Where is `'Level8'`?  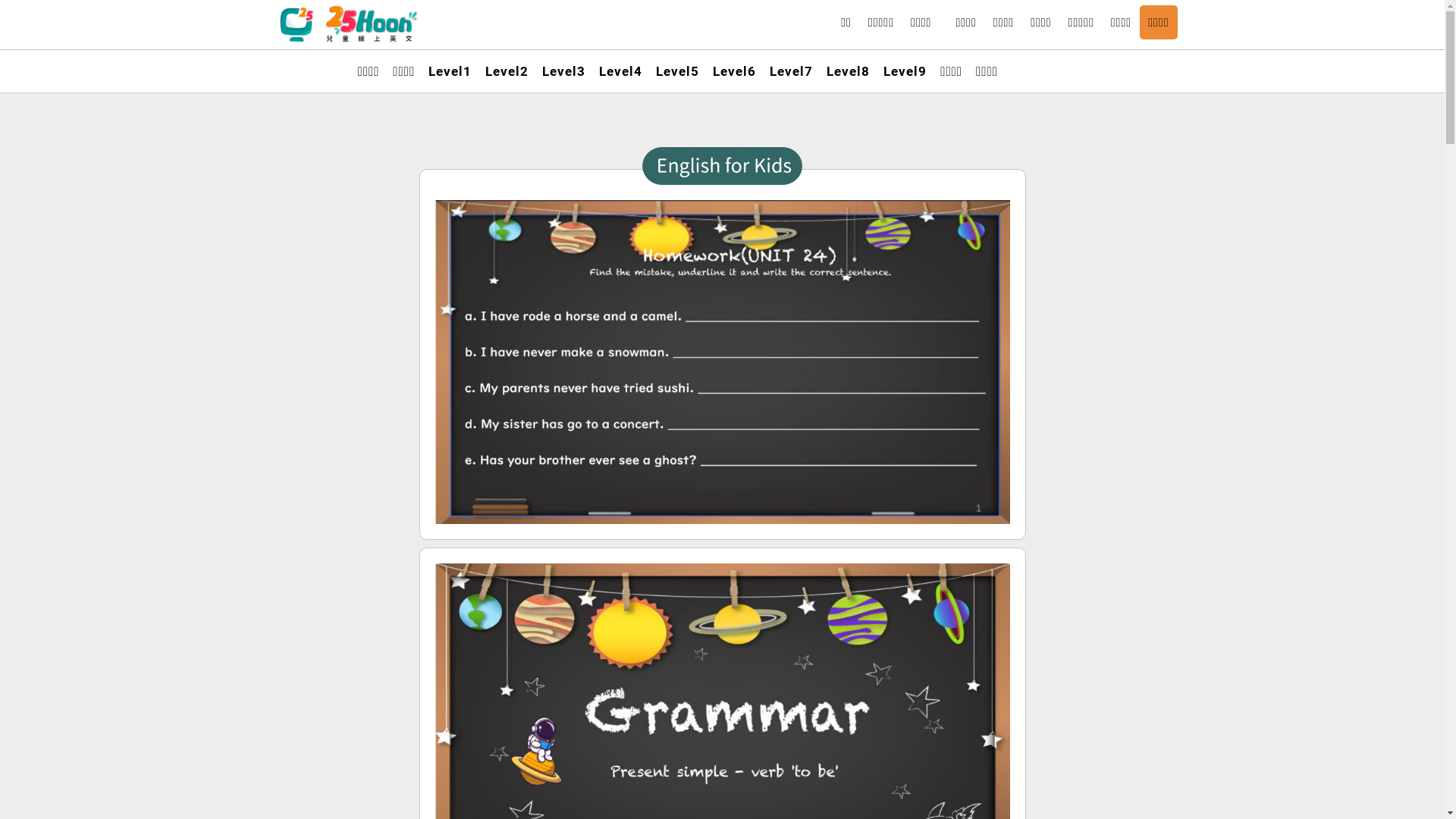 'Level8' is located at coordinates (847, 71).